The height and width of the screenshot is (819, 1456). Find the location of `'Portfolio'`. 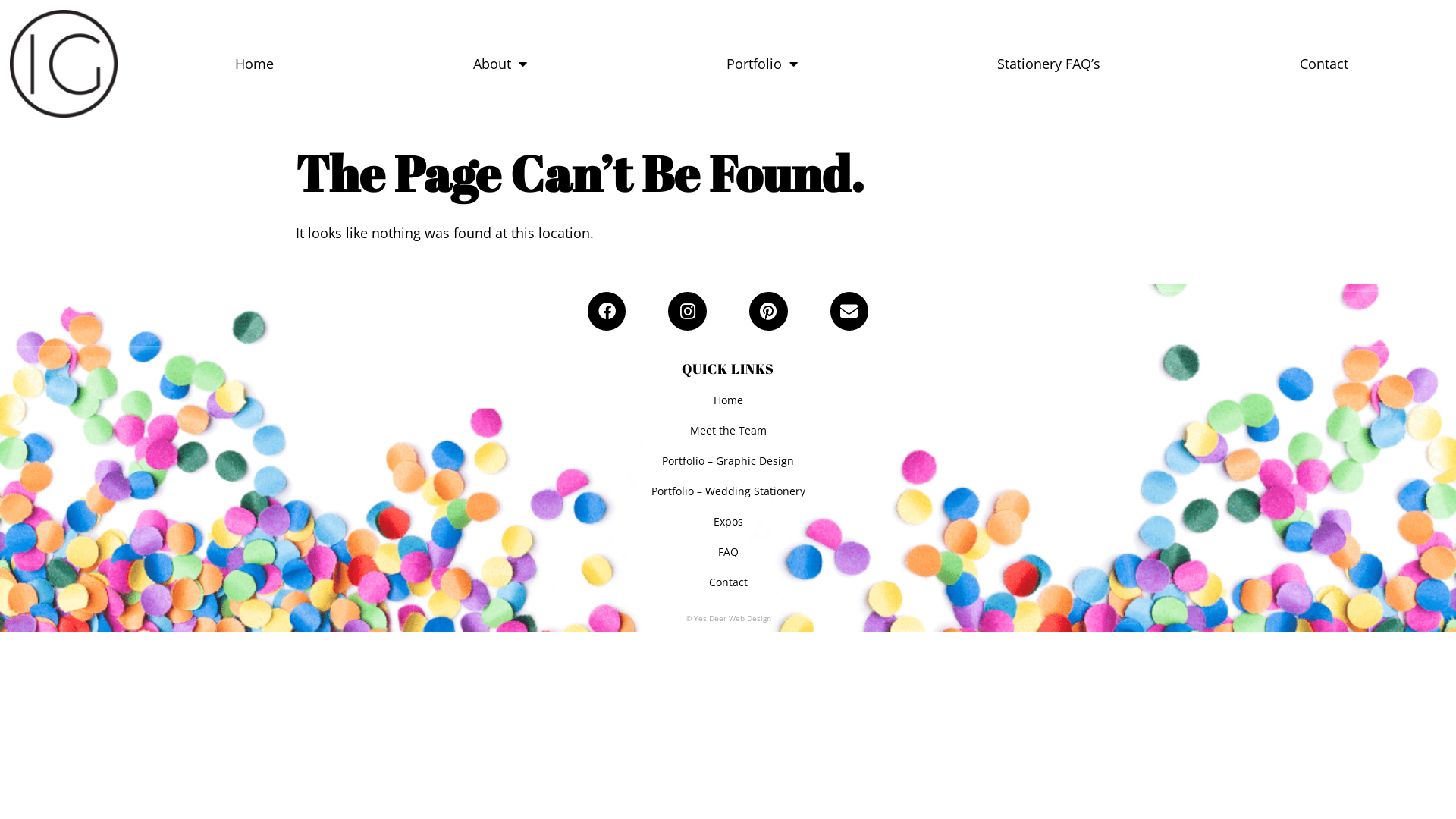

'Portfolio' is located at coordinates (762, 63).